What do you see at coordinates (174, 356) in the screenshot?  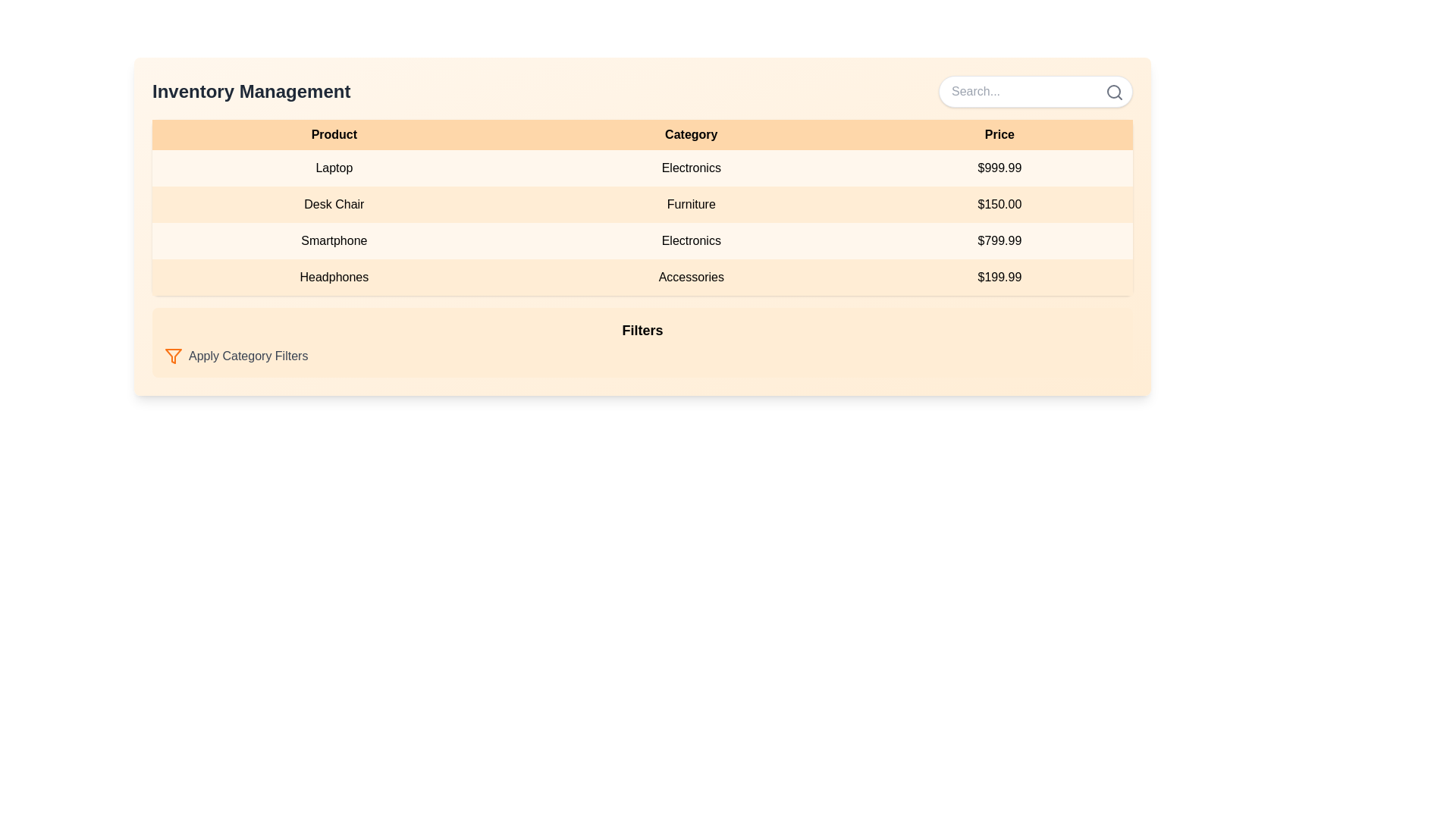 I see `the triangular-shaped orange filter icon located at the bottom-left corner of the interface, adjacent to the 'Apply Category Filters' label` at bounding box center [174, 356].